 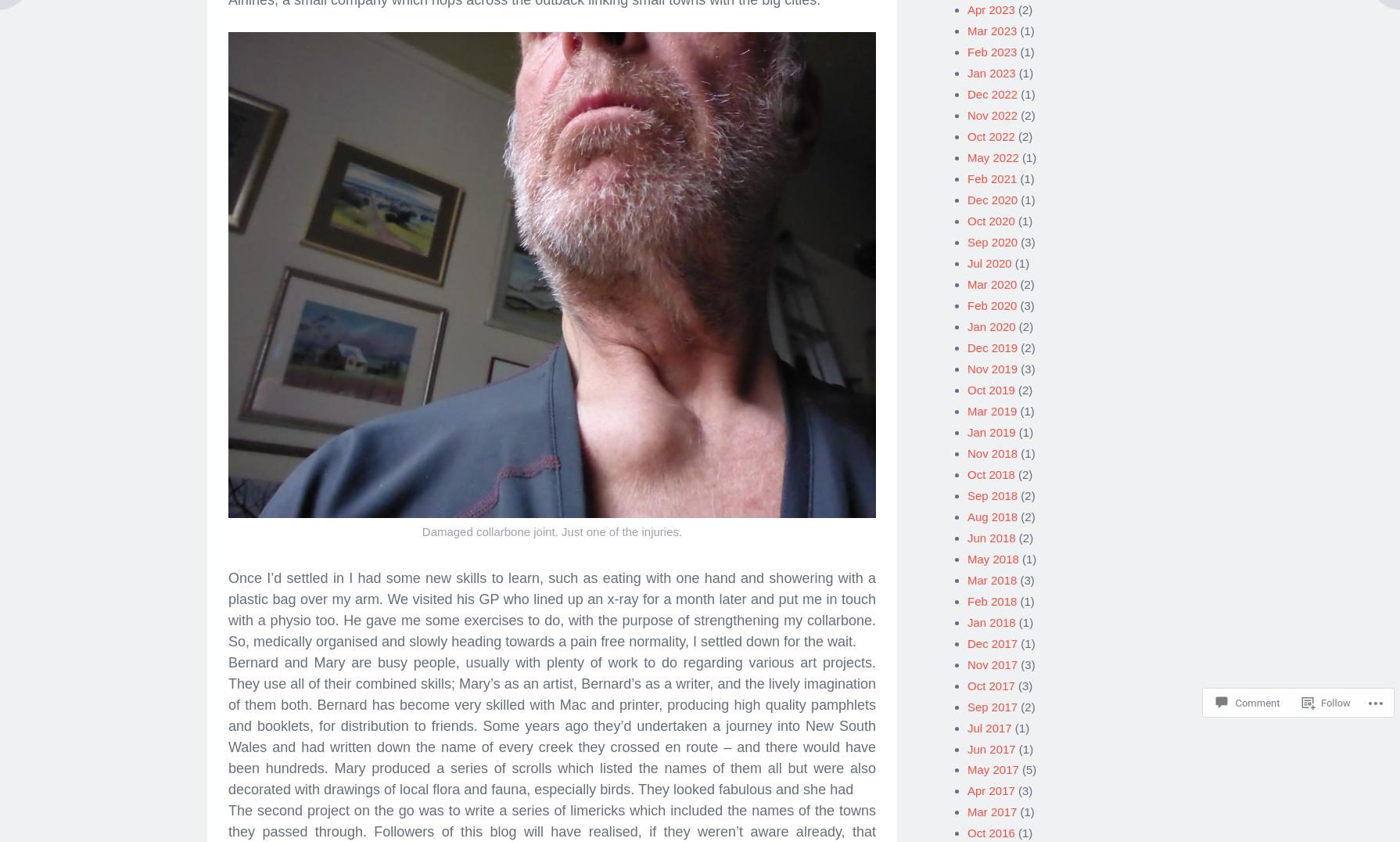 I want to click on 'Feb 2023', so click(x=992, y=46).